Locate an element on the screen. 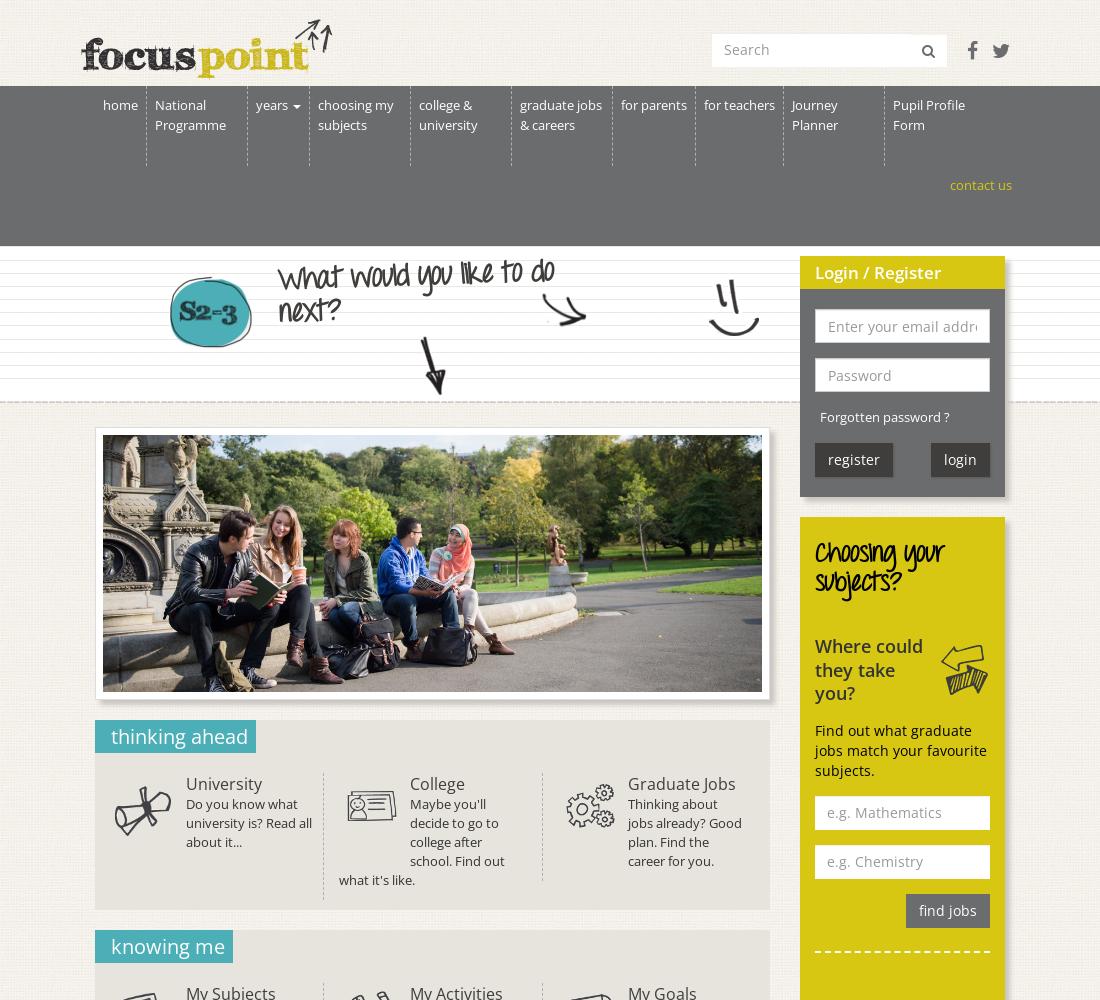  'Find out what graduate jobs match your favourite subjects.' is located at coordinates (901, 748).